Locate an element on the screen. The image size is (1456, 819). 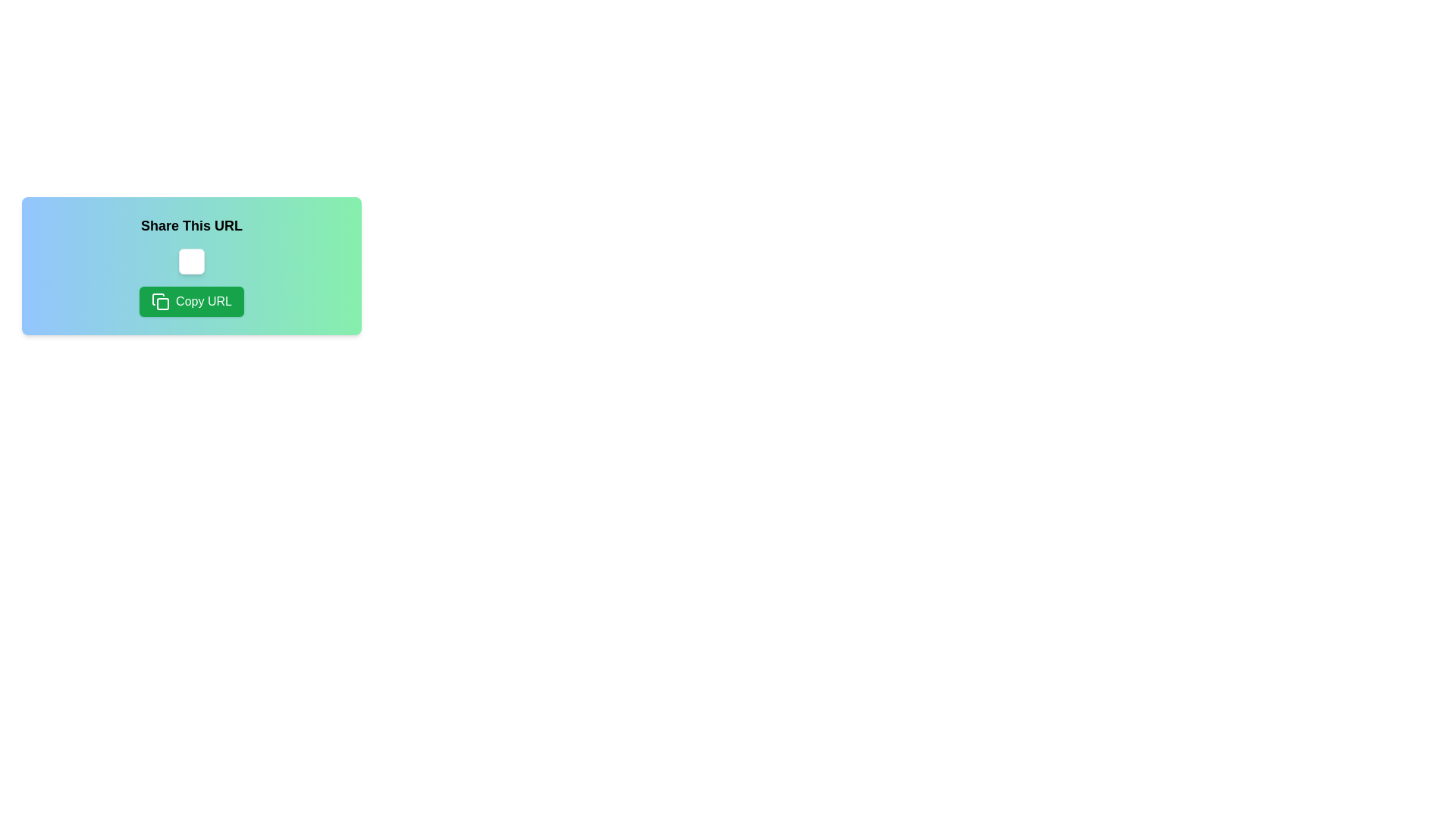
the small green square icon with rounded corners, which is part of the 'Copy URL' button is located at coordinates (163, 304).